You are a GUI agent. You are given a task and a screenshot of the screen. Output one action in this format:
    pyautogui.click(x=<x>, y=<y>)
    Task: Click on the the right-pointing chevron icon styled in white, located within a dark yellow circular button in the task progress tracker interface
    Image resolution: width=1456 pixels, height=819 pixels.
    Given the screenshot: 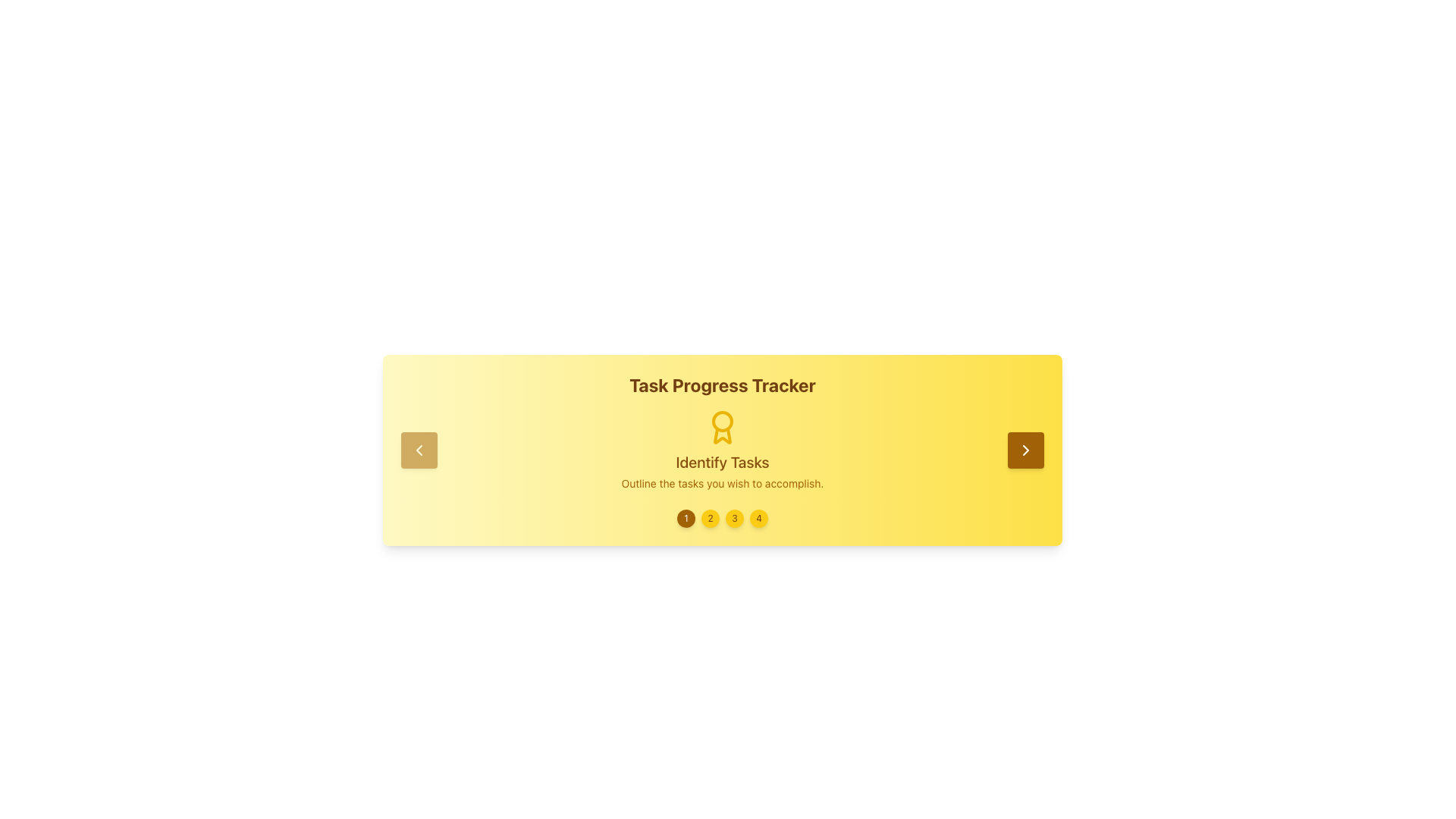 What is the action you would take?
    pyautogui.click(x=1026, y=450)
    